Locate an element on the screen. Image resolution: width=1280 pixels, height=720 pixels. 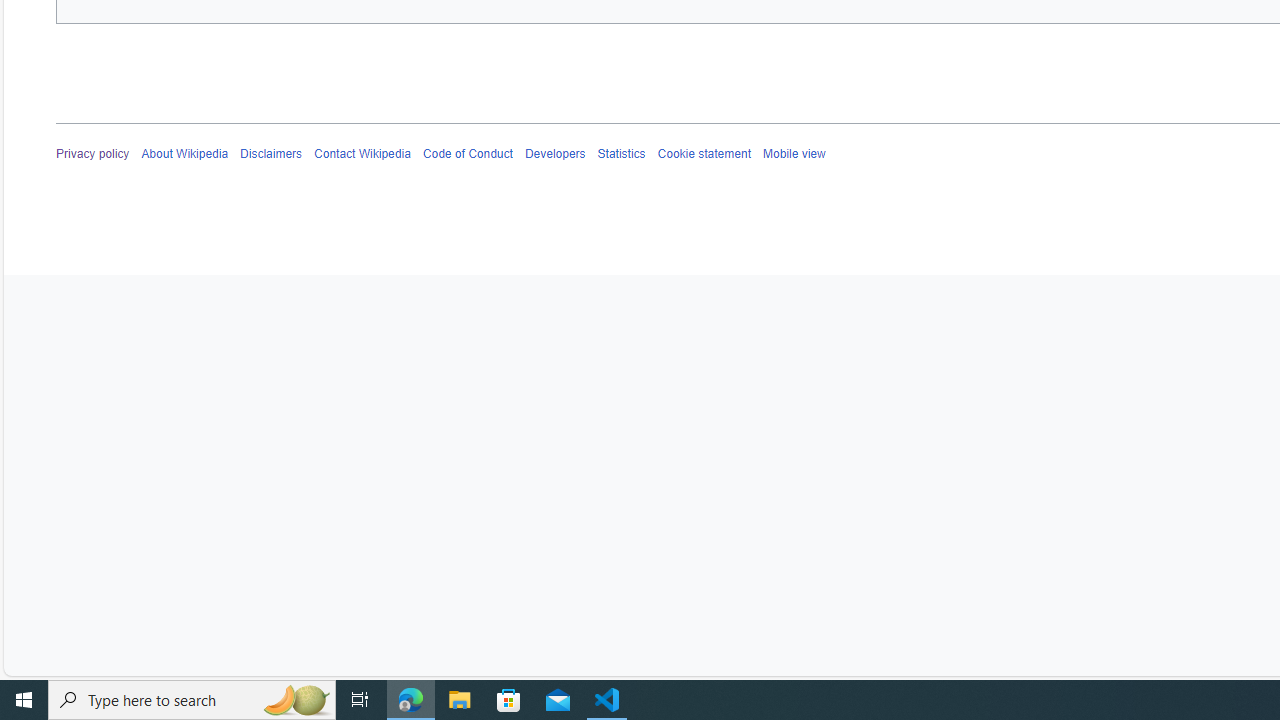
'Contact Wikipedia' is located at coordinates (362, 153).